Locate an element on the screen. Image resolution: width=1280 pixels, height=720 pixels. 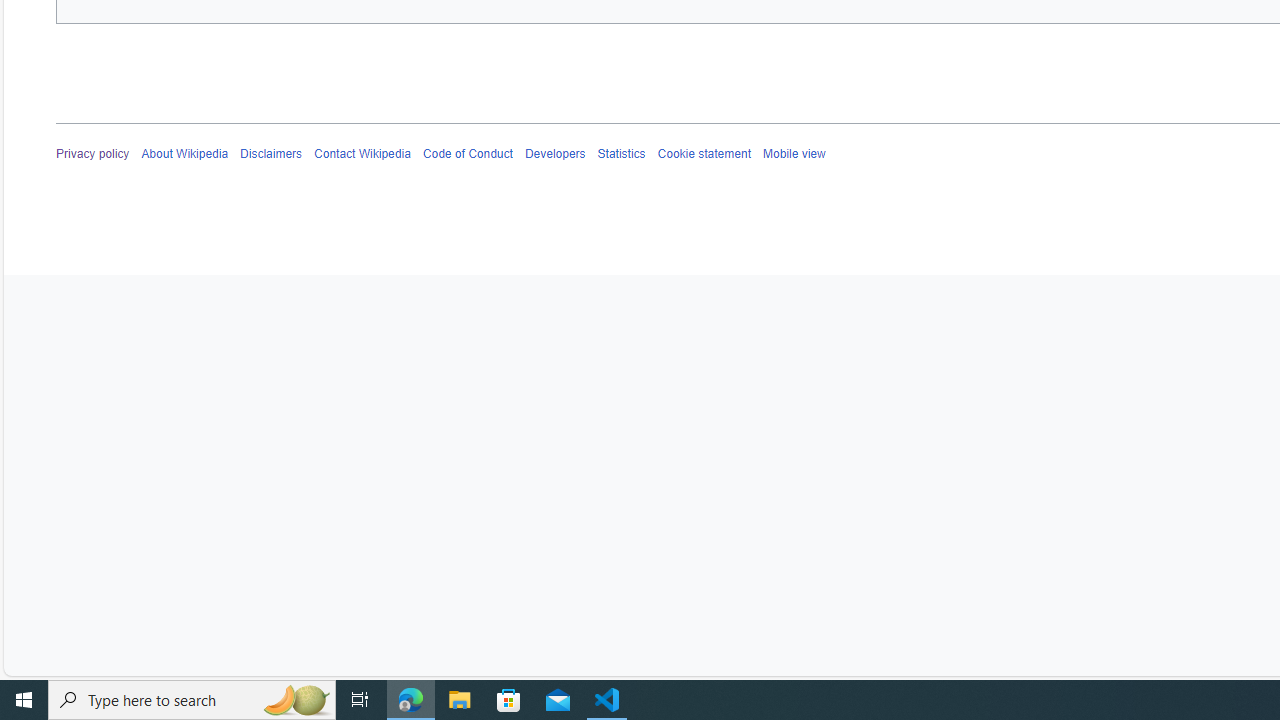
'Contact Wikipedia' is located at coordinates (362, 153).